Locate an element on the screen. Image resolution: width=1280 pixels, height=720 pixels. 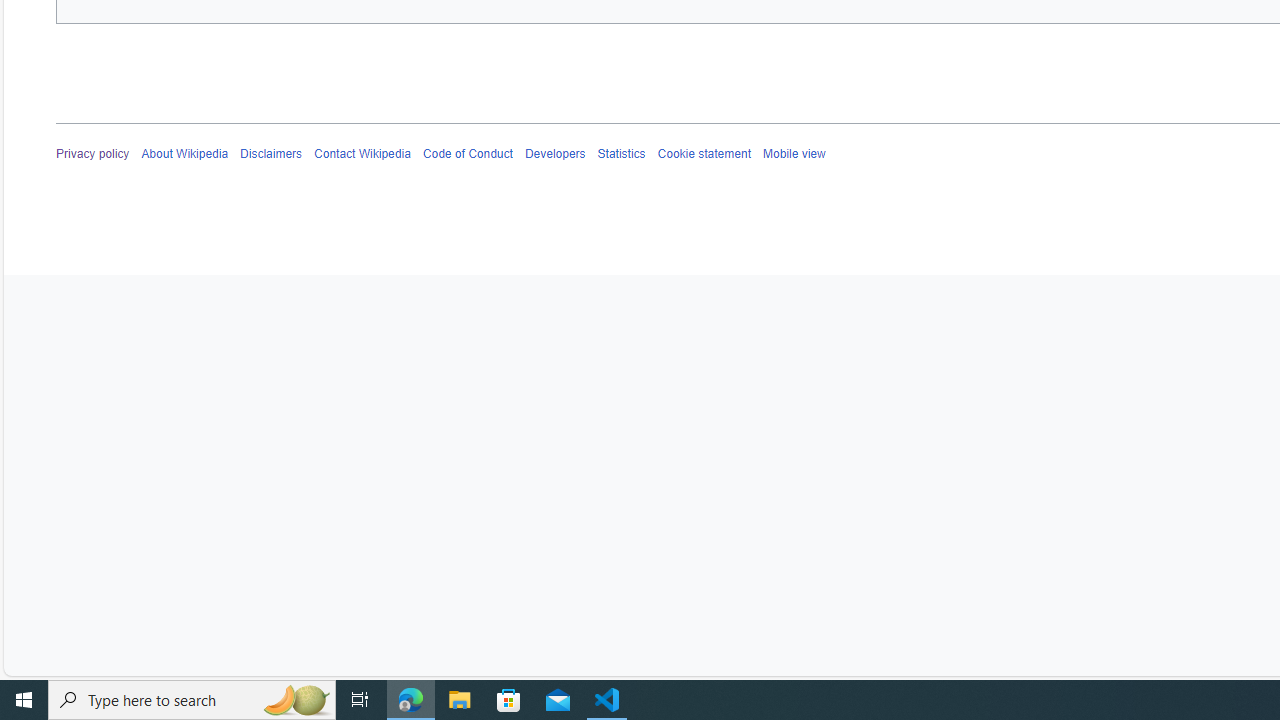
'Contact Wikipedia' is located at coordinates (362, 153).